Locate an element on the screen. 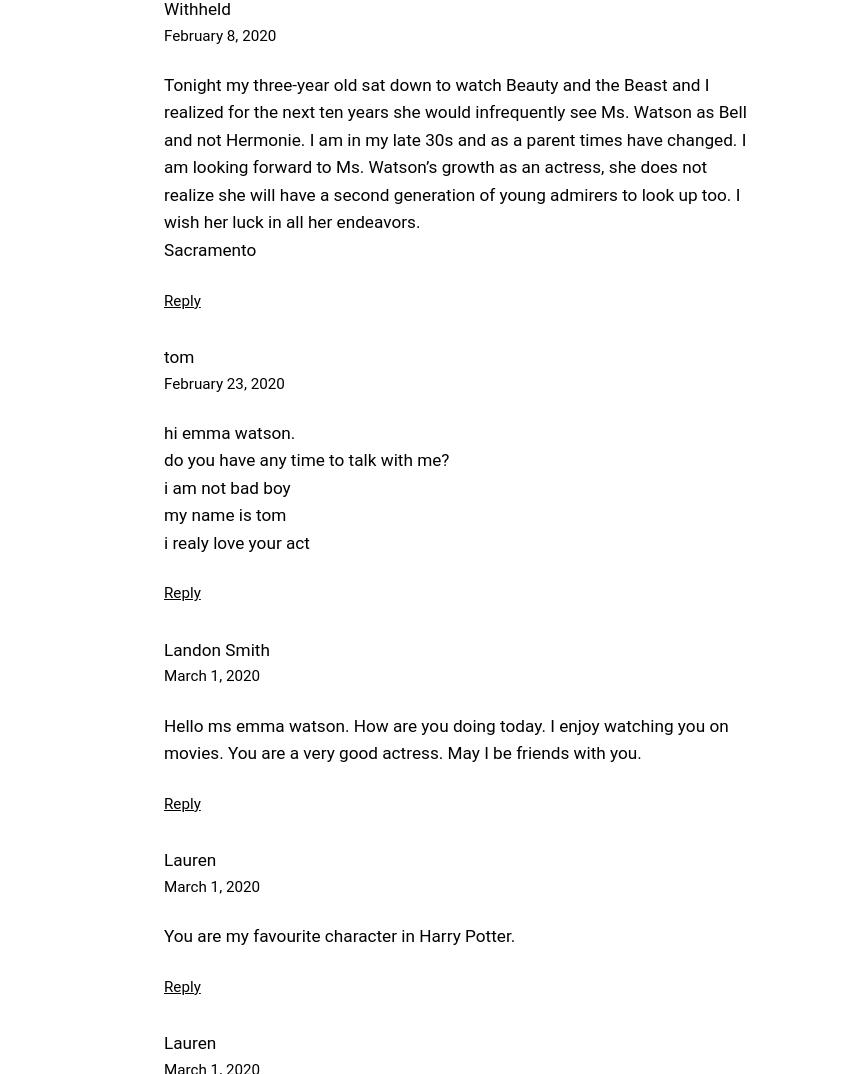  'i realy love your act' is located at coordinates (236, 541).